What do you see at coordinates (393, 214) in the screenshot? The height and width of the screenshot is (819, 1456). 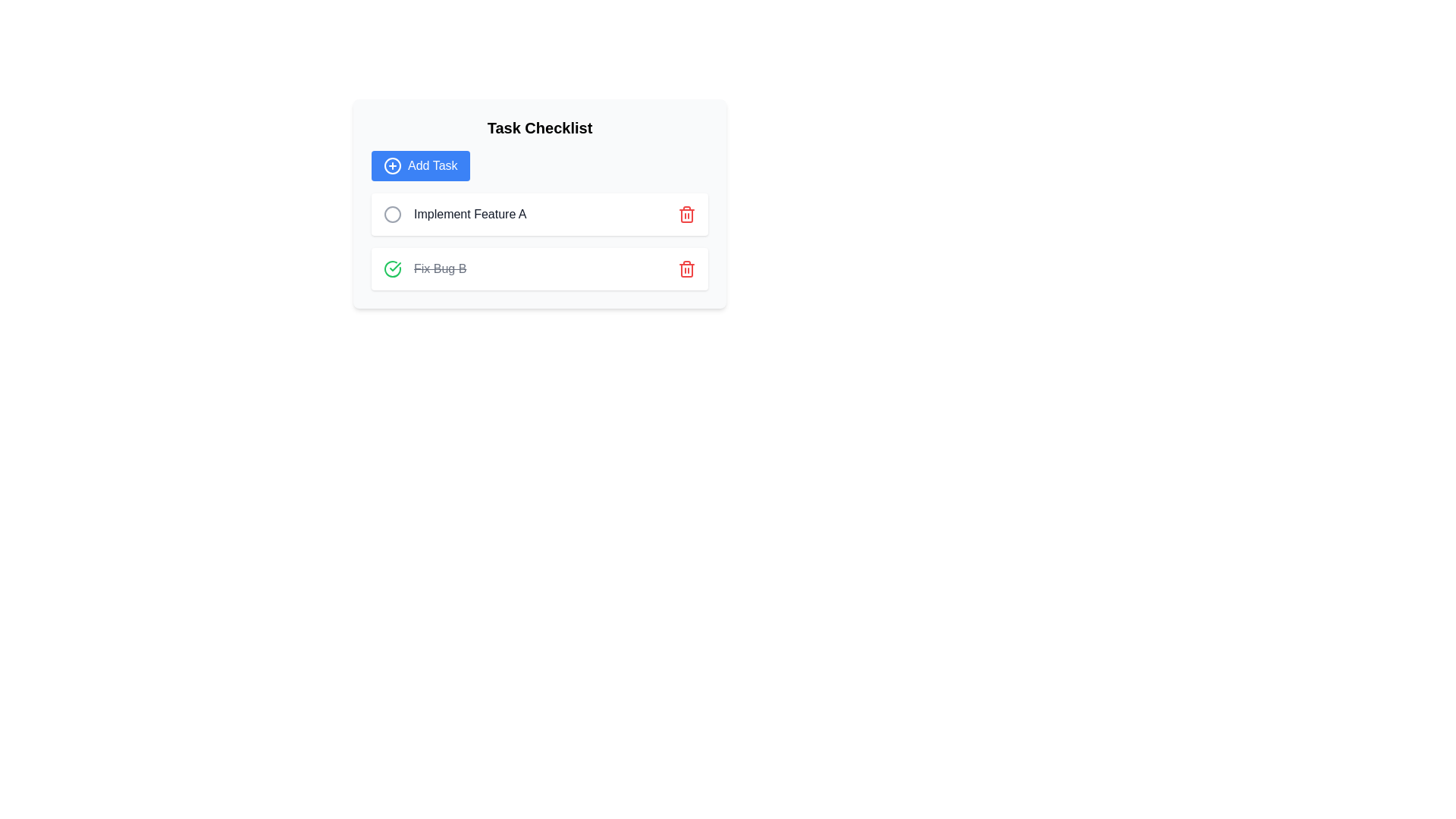 I see `the circular status icon for the task titled 'Implement Feature A', which is positioned slightly towards the center vertically within its associated row, located to the left of the task text` at bounding box center [393, 214].